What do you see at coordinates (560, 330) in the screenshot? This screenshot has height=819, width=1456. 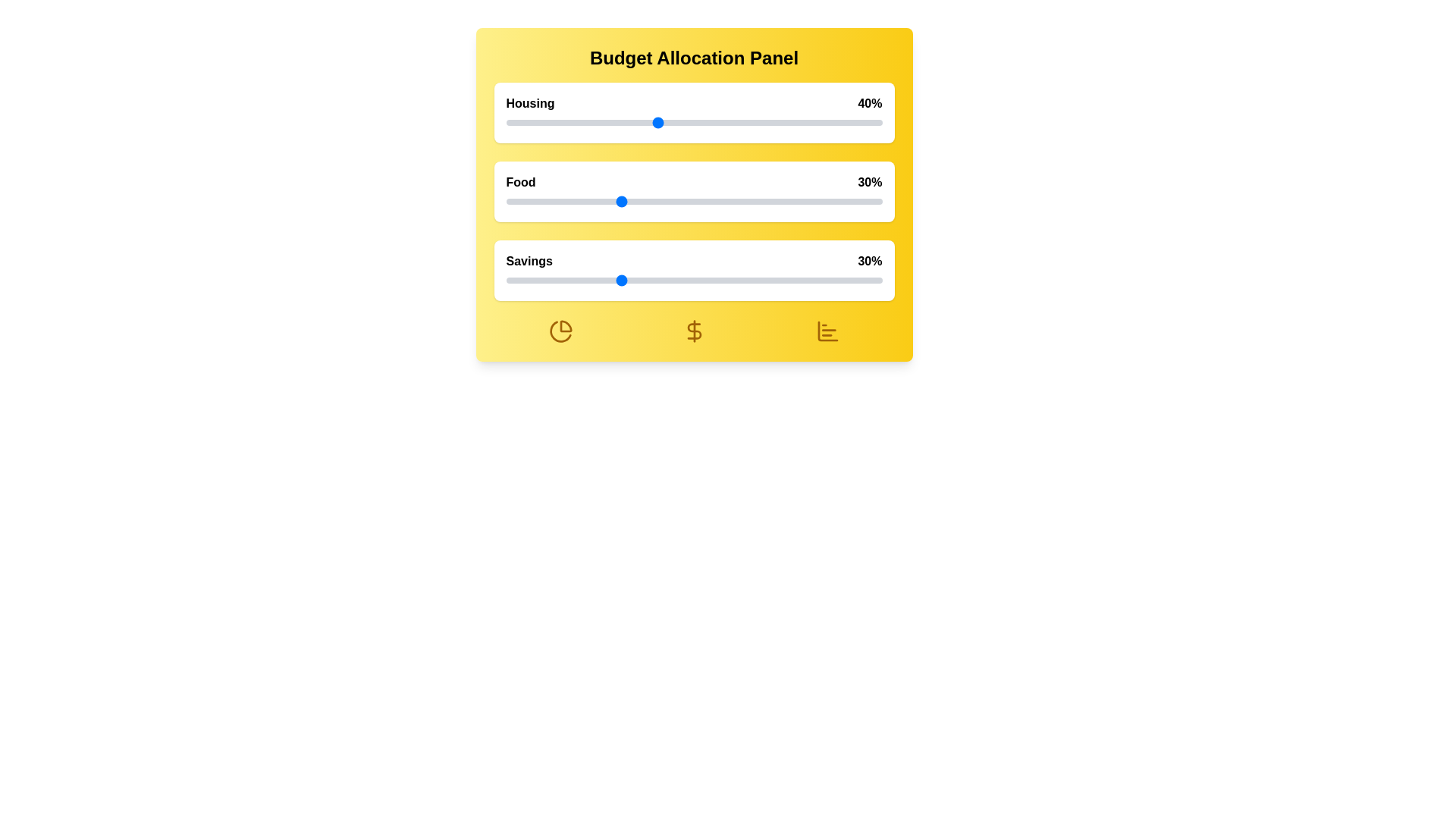 I see `the pie chart icon located at the bottom of the yellow background panel` at bounding box center [560, 330].